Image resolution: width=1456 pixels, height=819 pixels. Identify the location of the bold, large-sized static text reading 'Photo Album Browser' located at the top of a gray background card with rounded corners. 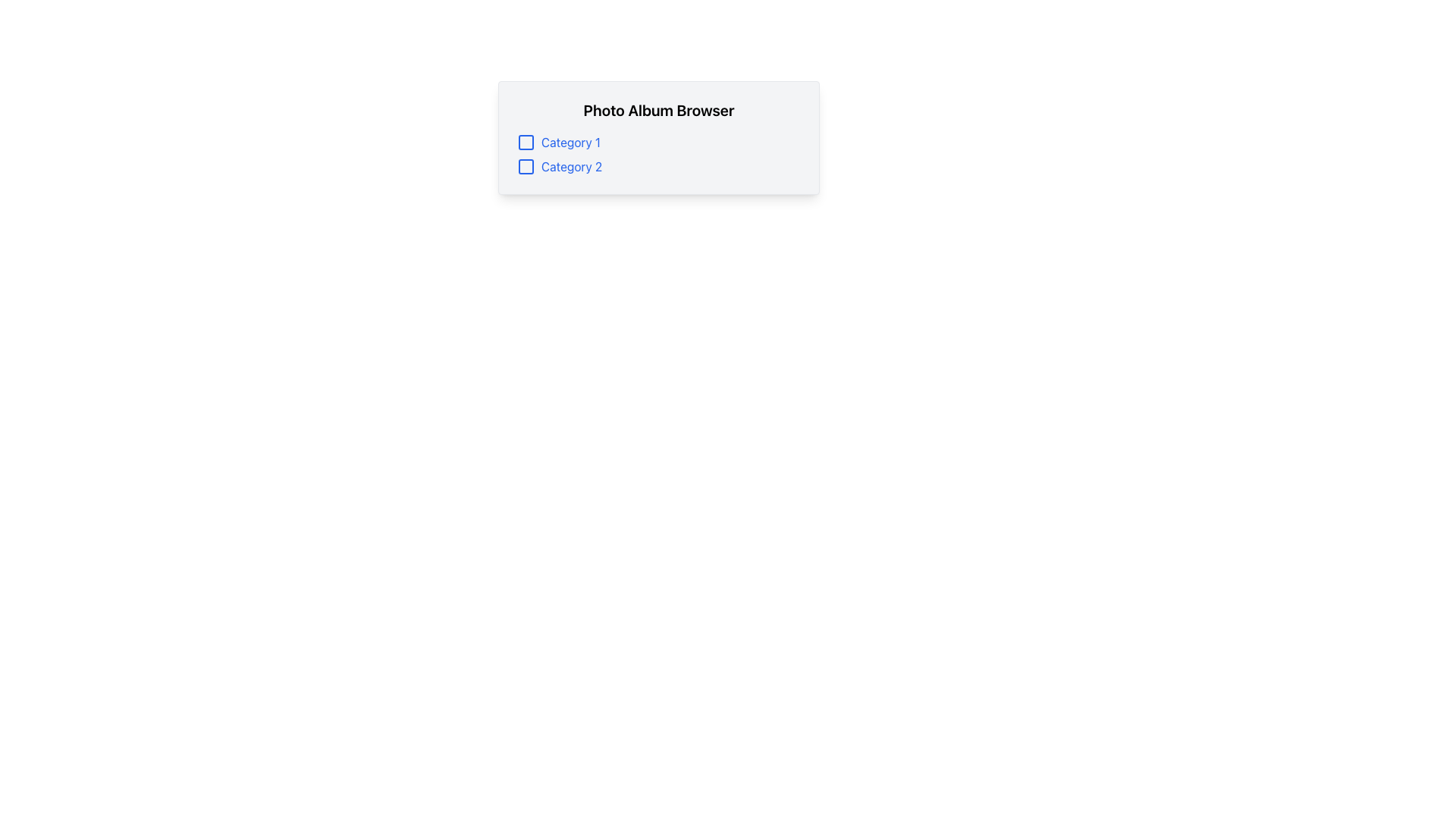
(658, 110).